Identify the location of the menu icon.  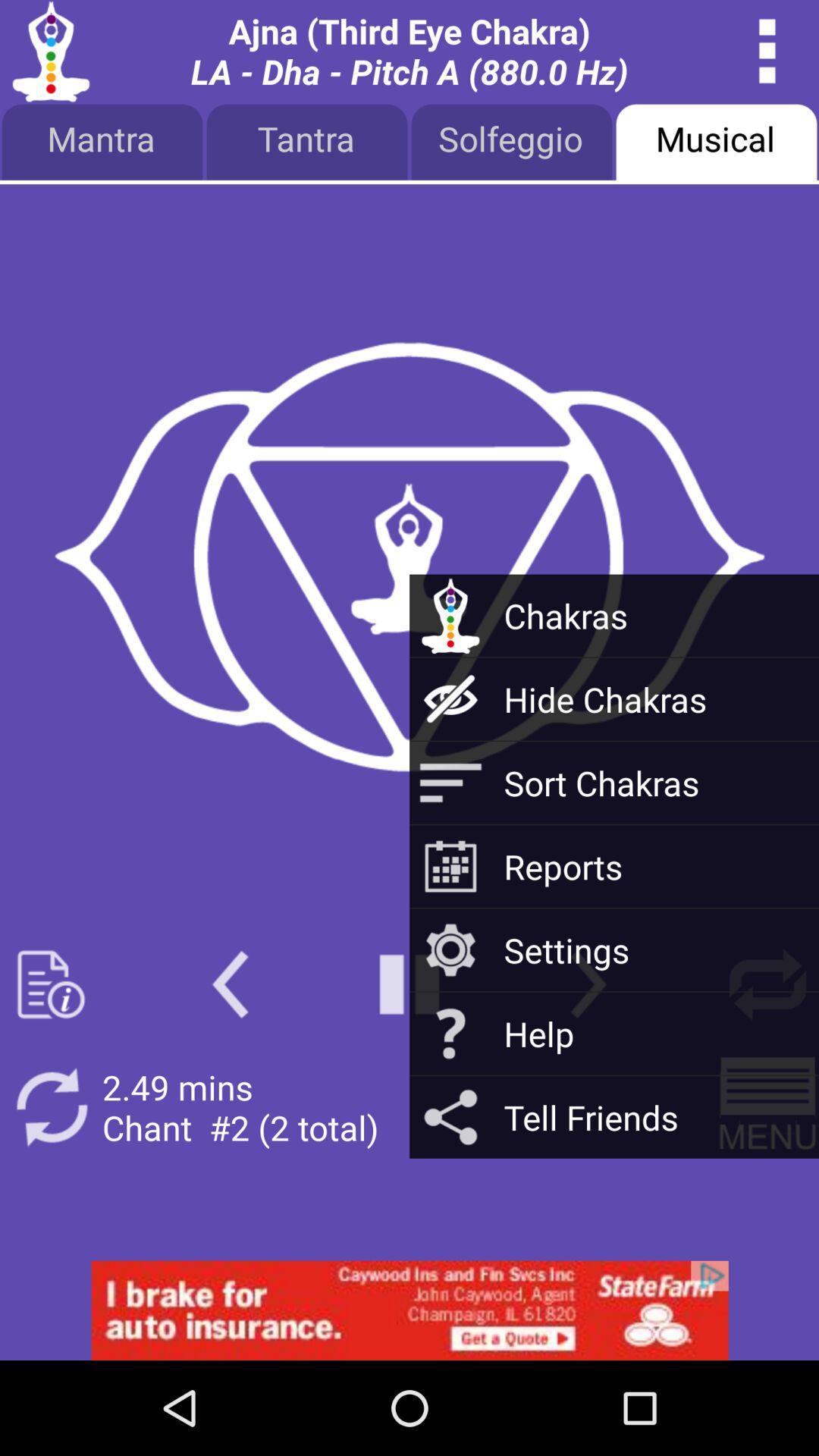
(767, 1184).